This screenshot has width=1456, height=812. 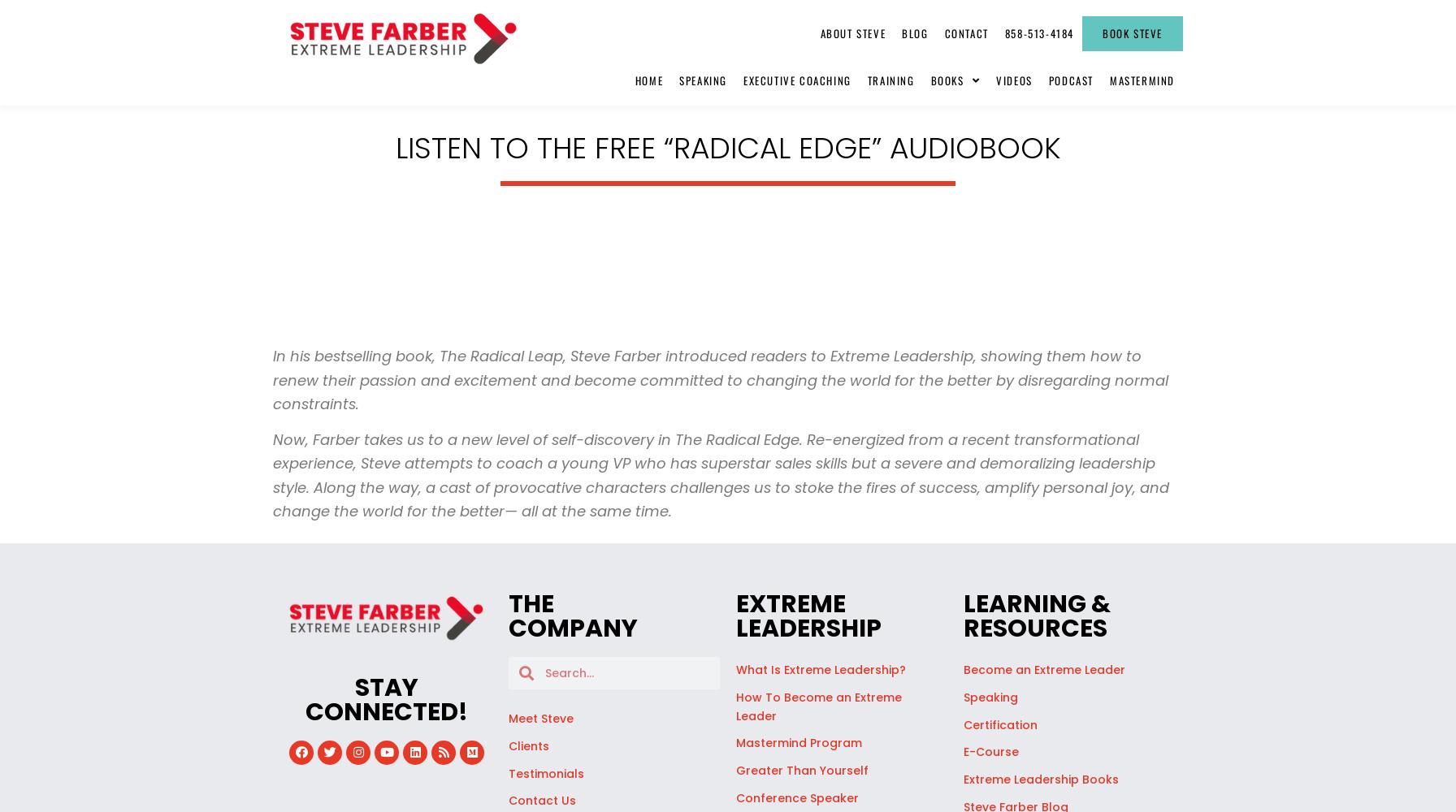 What do you see at coordinates (901, 33) in the screenshot?
I see `'Blog'` at bounding box center [901, 33].